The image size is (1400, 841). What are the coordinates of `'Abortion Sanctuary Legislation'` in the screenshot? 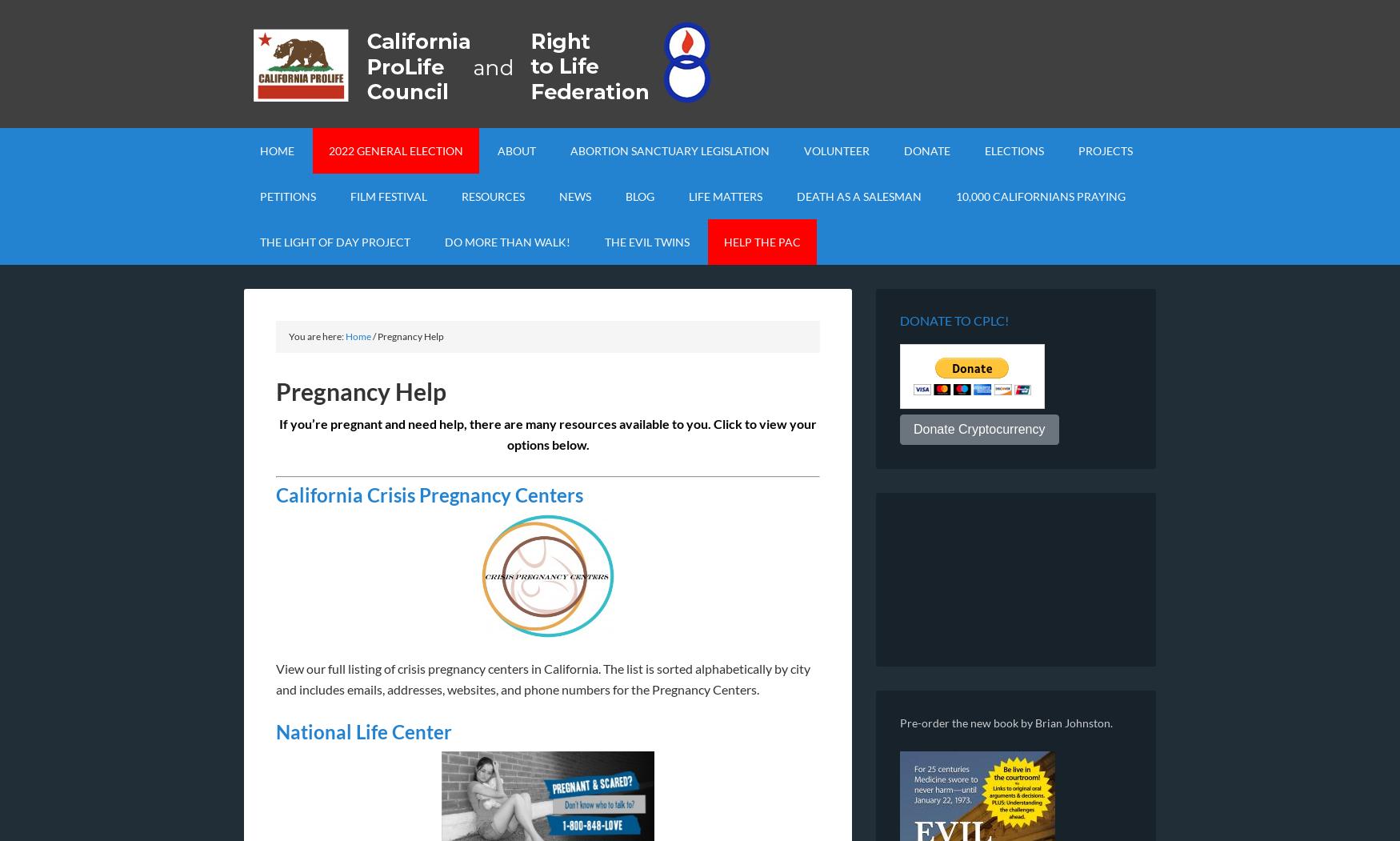 It's located at (670, 150).